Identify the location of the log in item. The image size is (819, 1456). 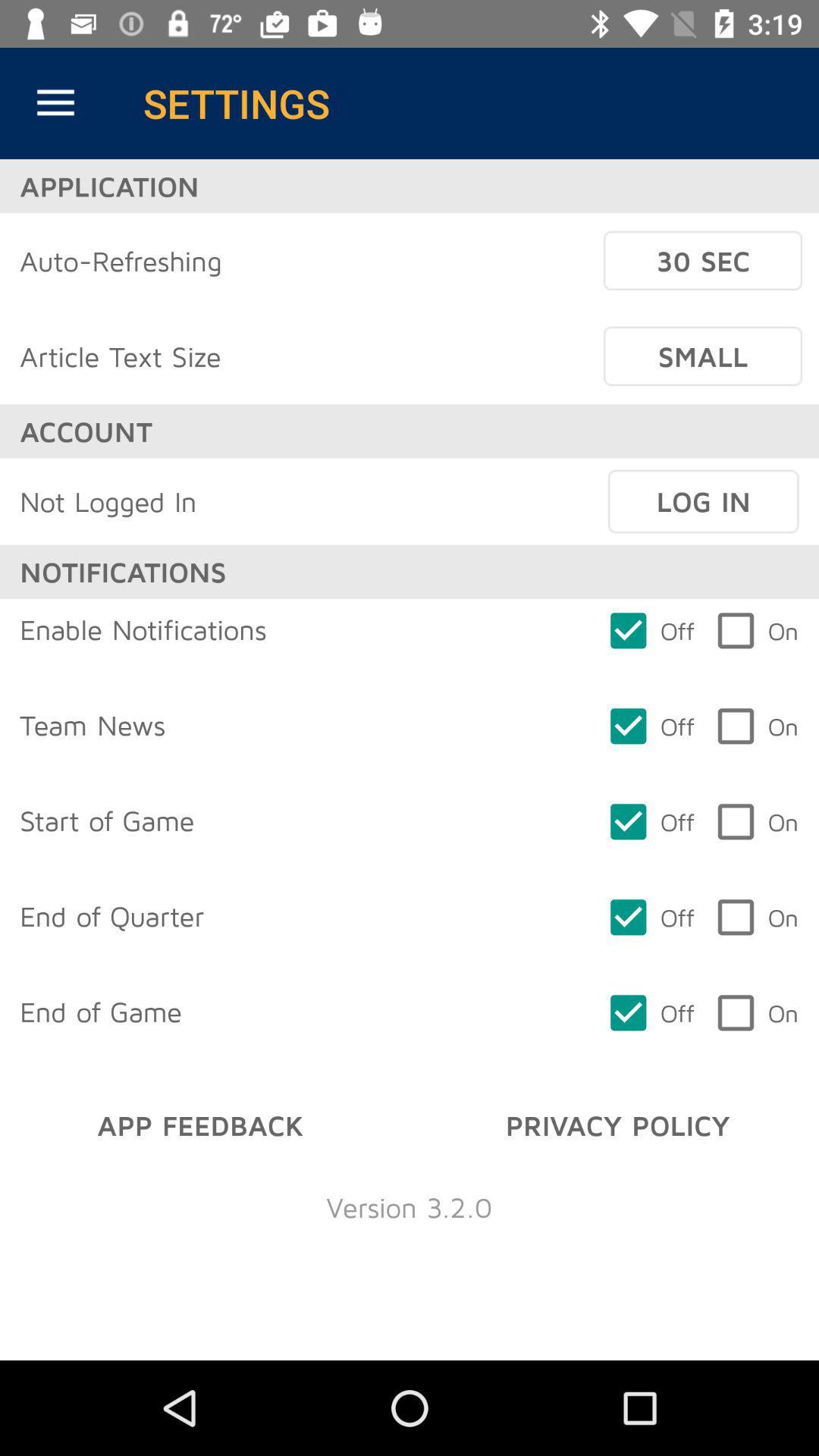
(703, 501).